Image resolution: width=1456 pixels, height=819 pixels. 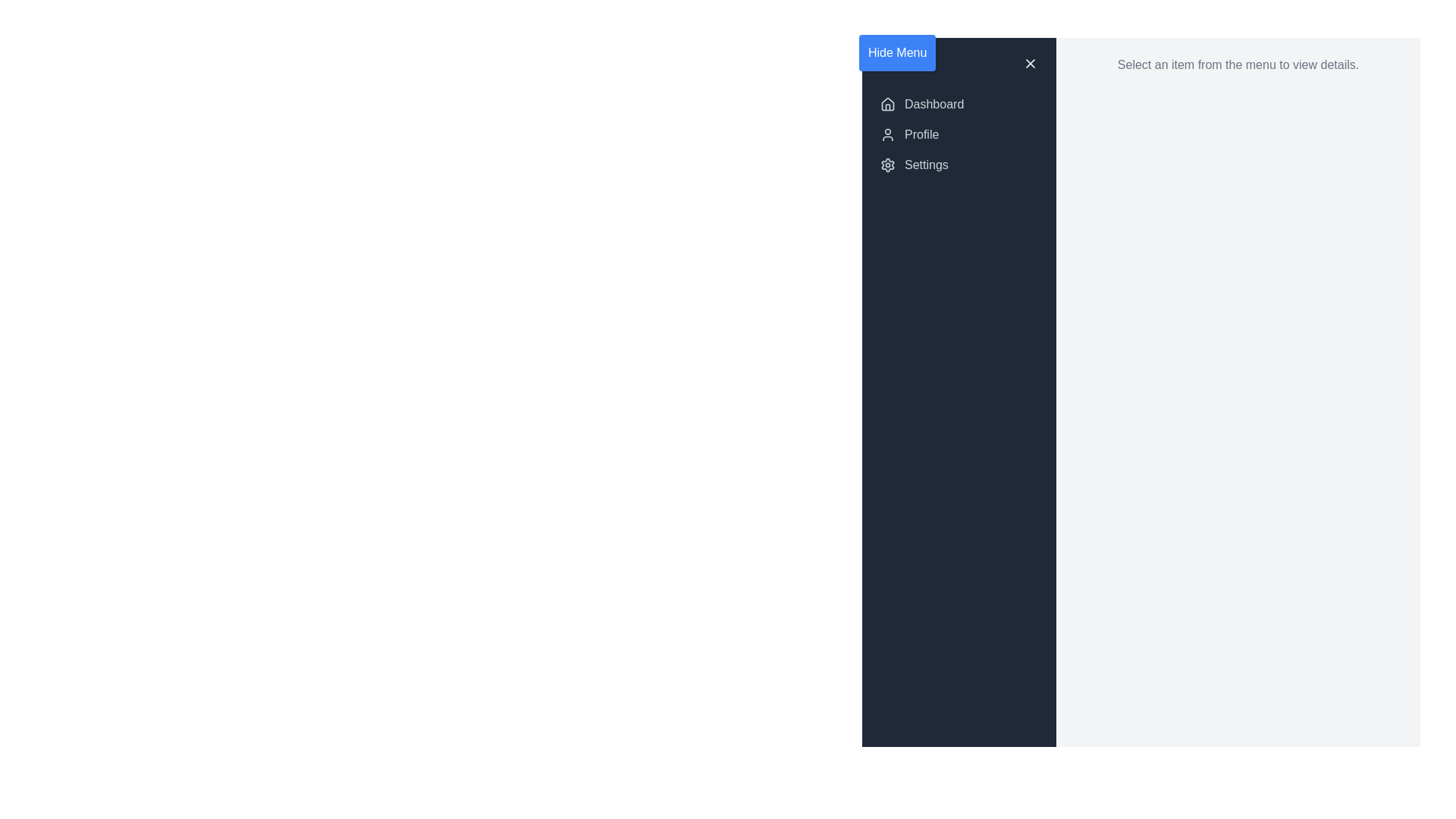 What do you see at coordinates (921, 133) in the screenshot?
I see `the 'Profile' text label` at bounding box center [921, 133].